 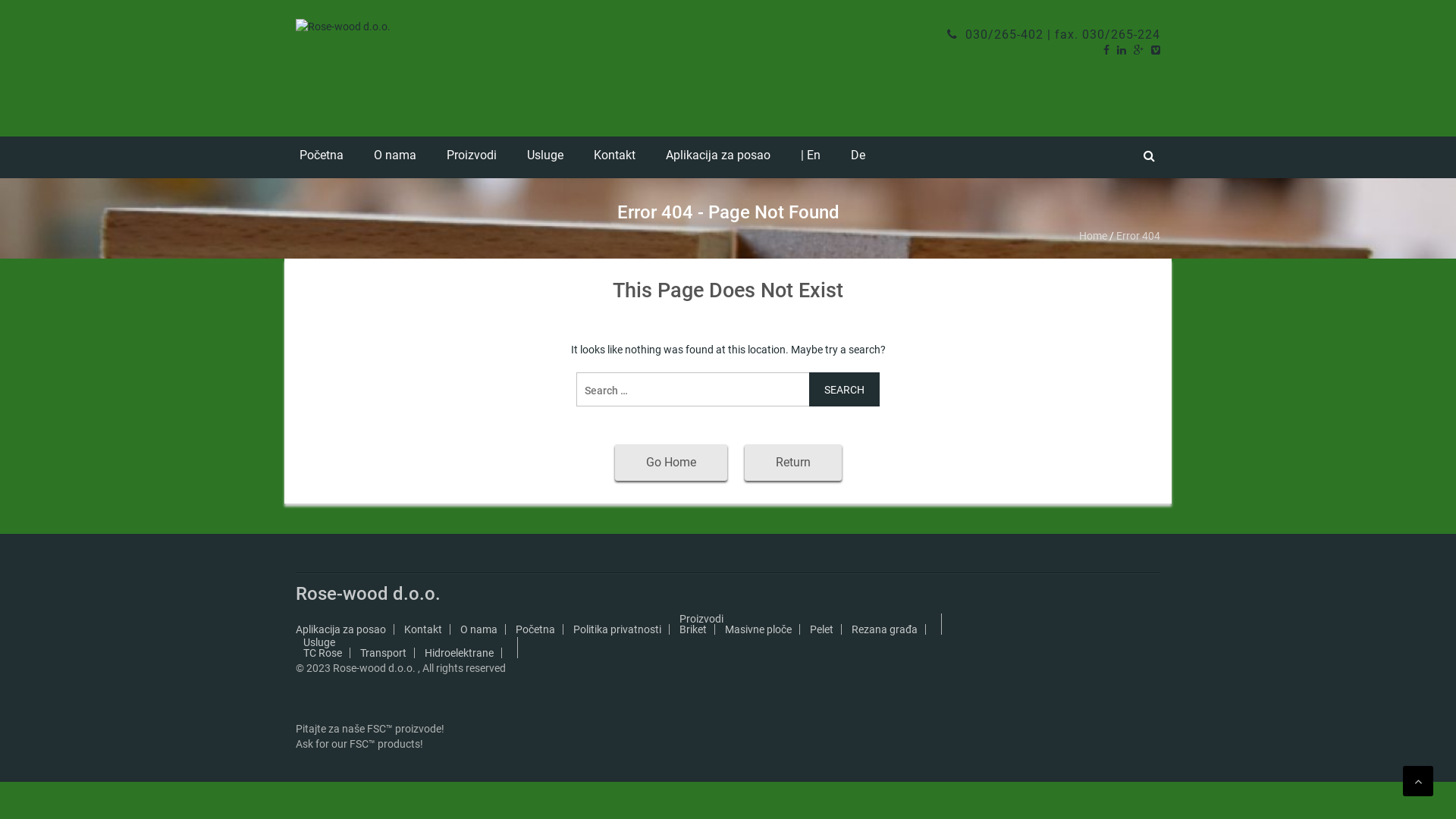 What do you see at coordinates (318, 642) in the screenshot?
I see `'Usluge'` at bounding box center [318, 642].